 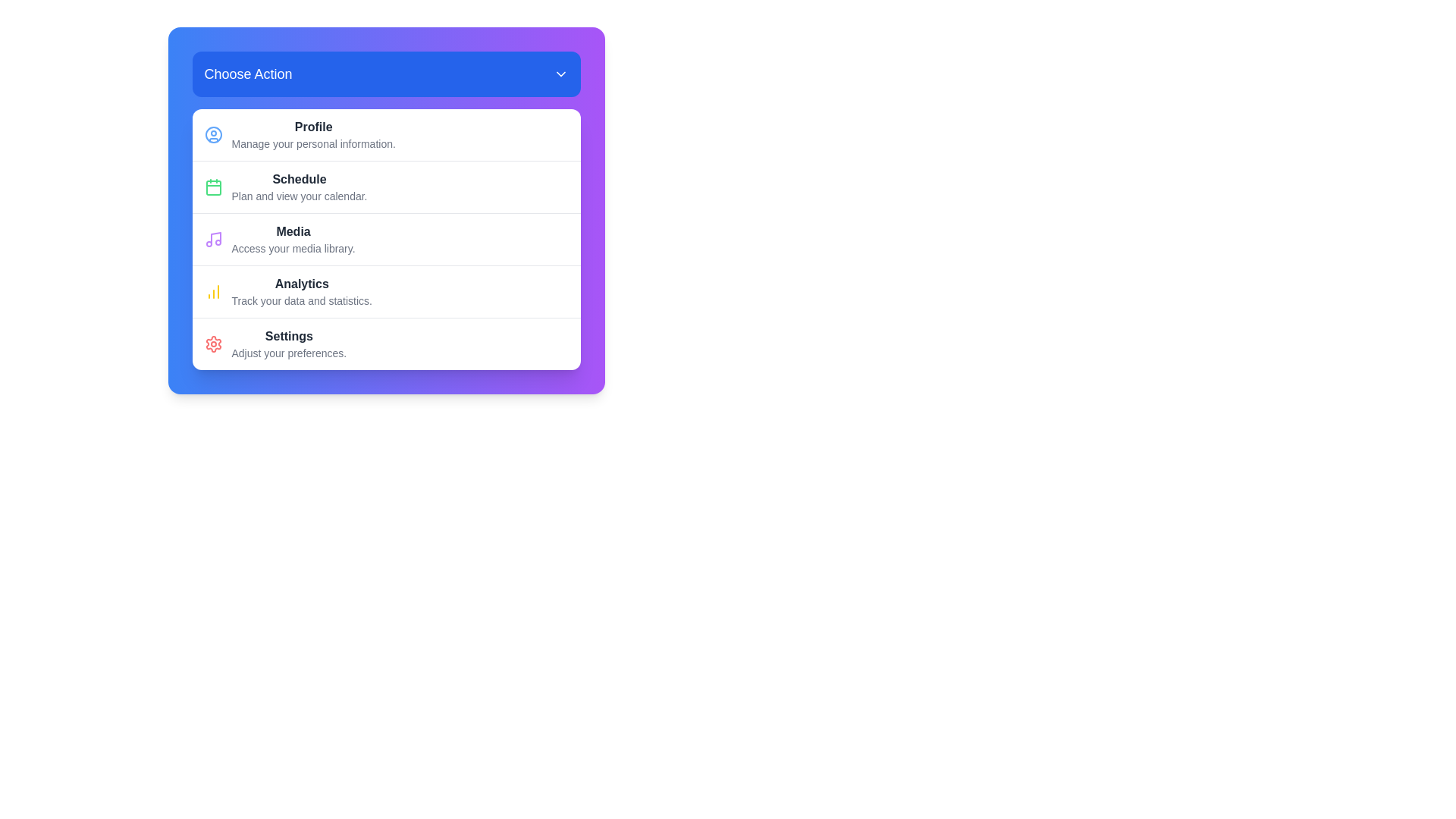 What do you see at coordinates (212, 344) in the screenshot?
I see `the gear icon representing settings, which is red and located next to the 'Settings' text in the menu` at bounding box center [212, 344].